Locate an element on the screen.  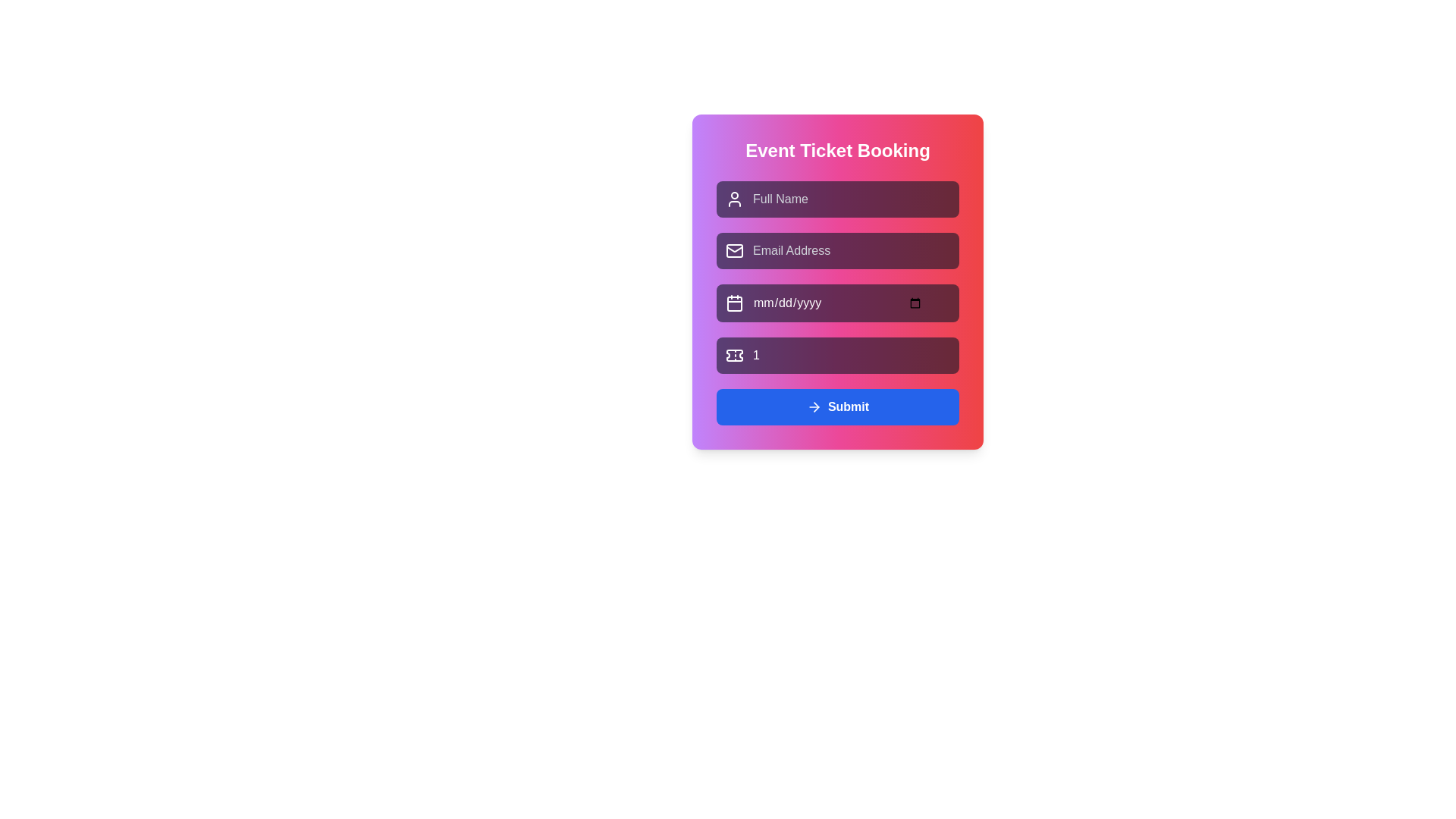
the SVG rectangle that visually represents the email icon, which is part of the second input field in the 'Event Ticket Booking' form is located at coordinates (735, 250).